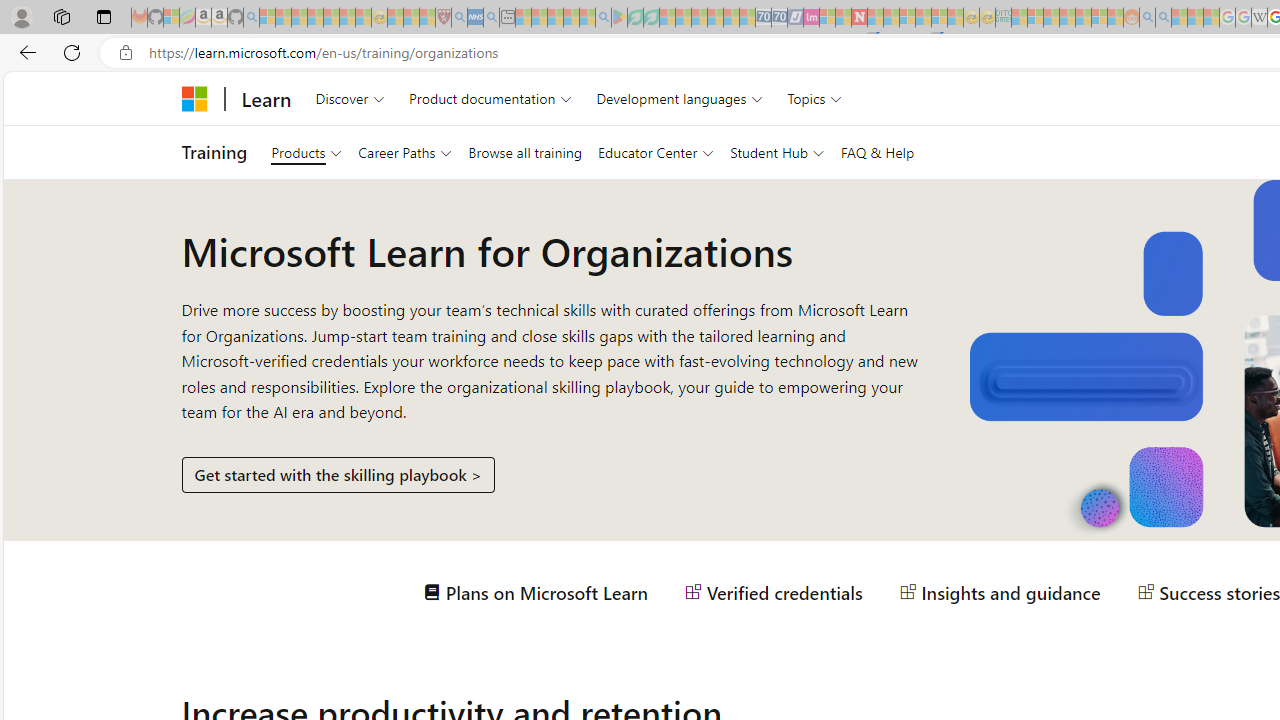  What do you see at coordinates (634, 17) in the screenshot?
I see `'Terms of Use Agreement - Sleeping'` at bounding box center [634, 17].